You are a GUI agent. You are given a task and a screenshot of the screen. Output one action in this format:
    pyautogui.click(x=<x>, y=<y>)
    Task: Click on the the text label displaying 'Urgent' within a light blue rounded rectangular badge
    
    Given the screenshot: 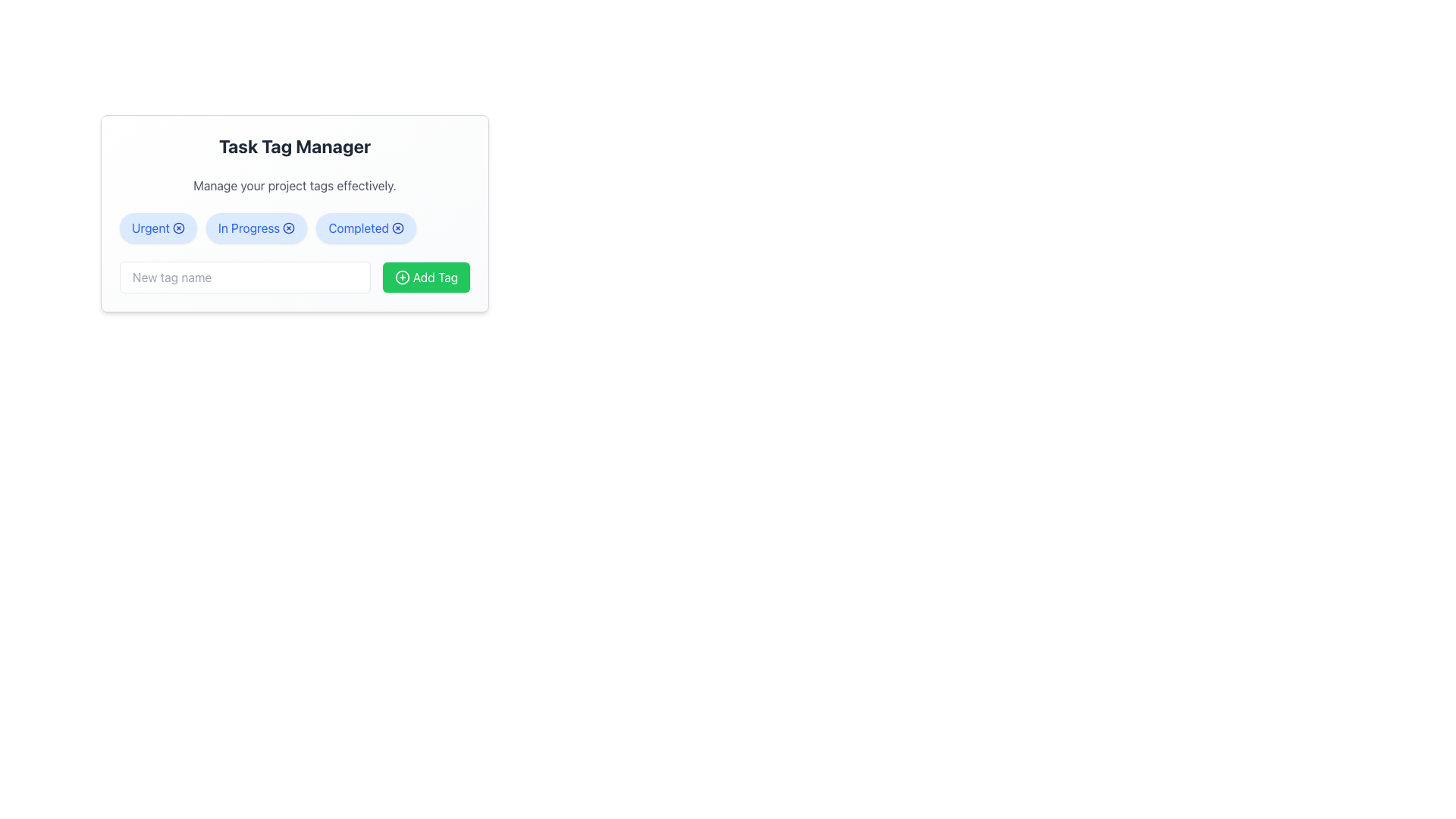 What is the action you would take?
    pyautogui.click(x=150, y=227)
    